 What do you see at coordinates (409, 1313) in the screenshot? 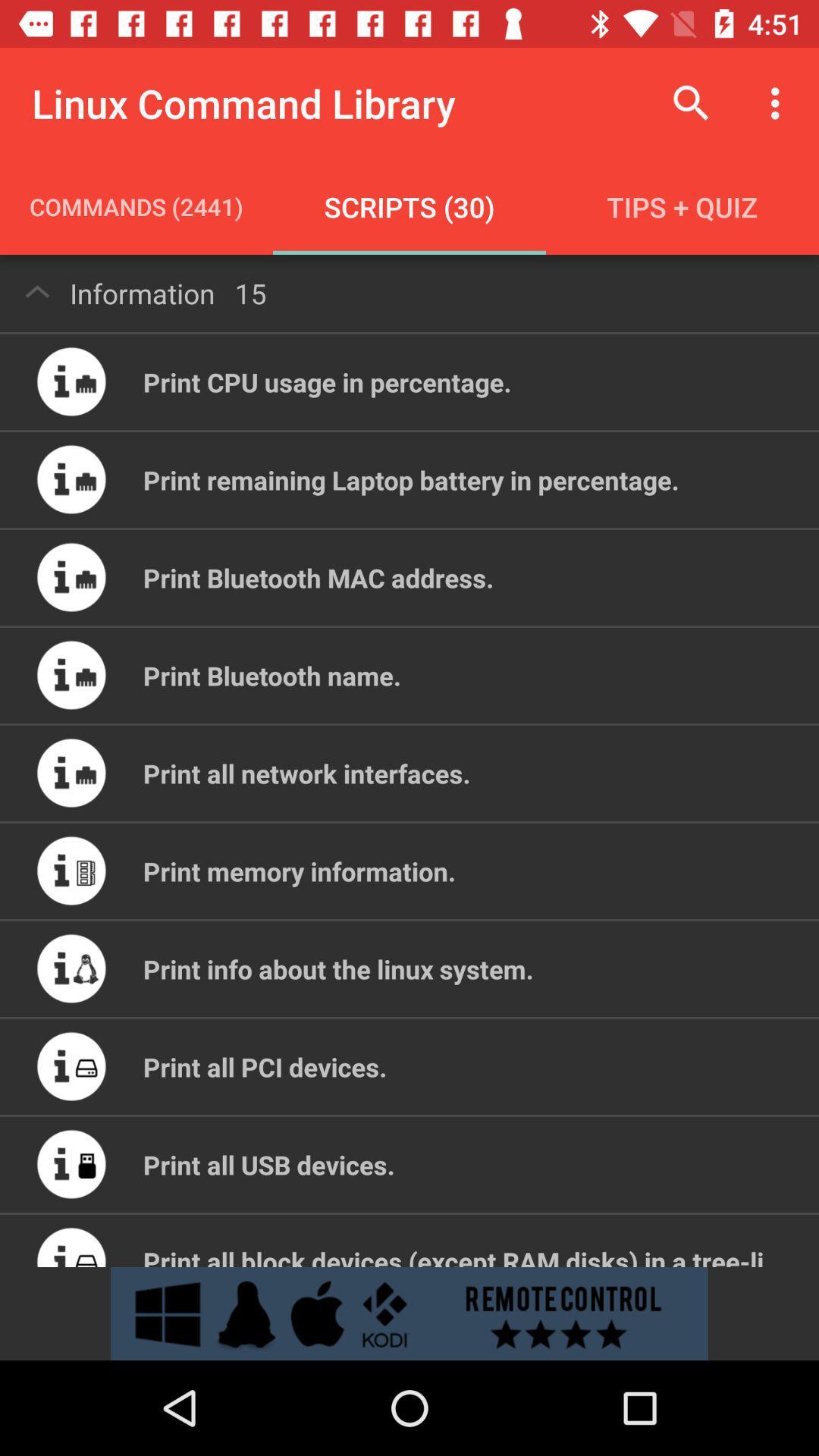
I see `open banner advertisement` at bounding box center [409, 1313].